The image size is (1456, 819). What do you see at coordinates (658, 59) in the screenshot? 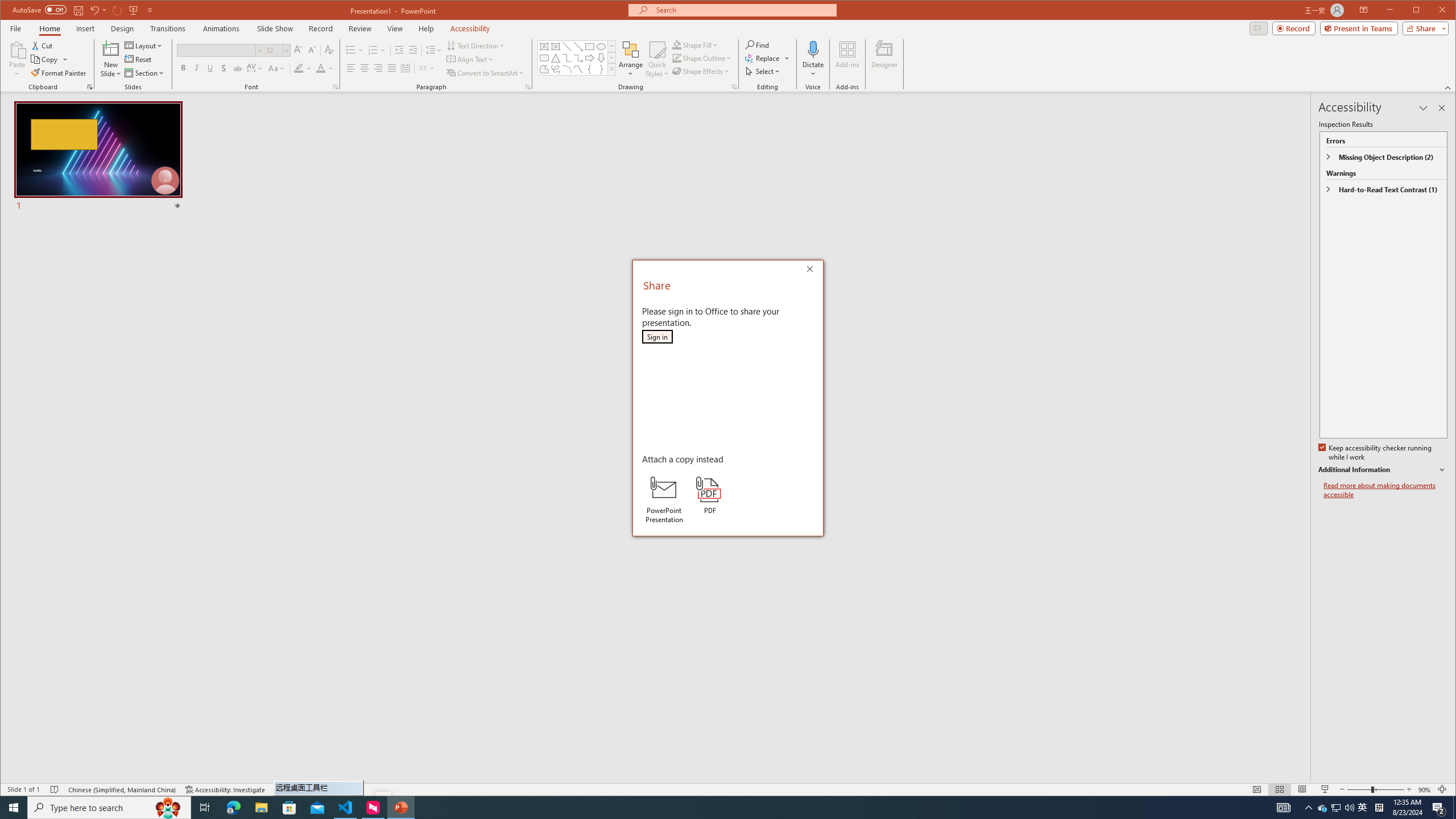
I see `'Quick Styles'` at bounding box center [658, 59].